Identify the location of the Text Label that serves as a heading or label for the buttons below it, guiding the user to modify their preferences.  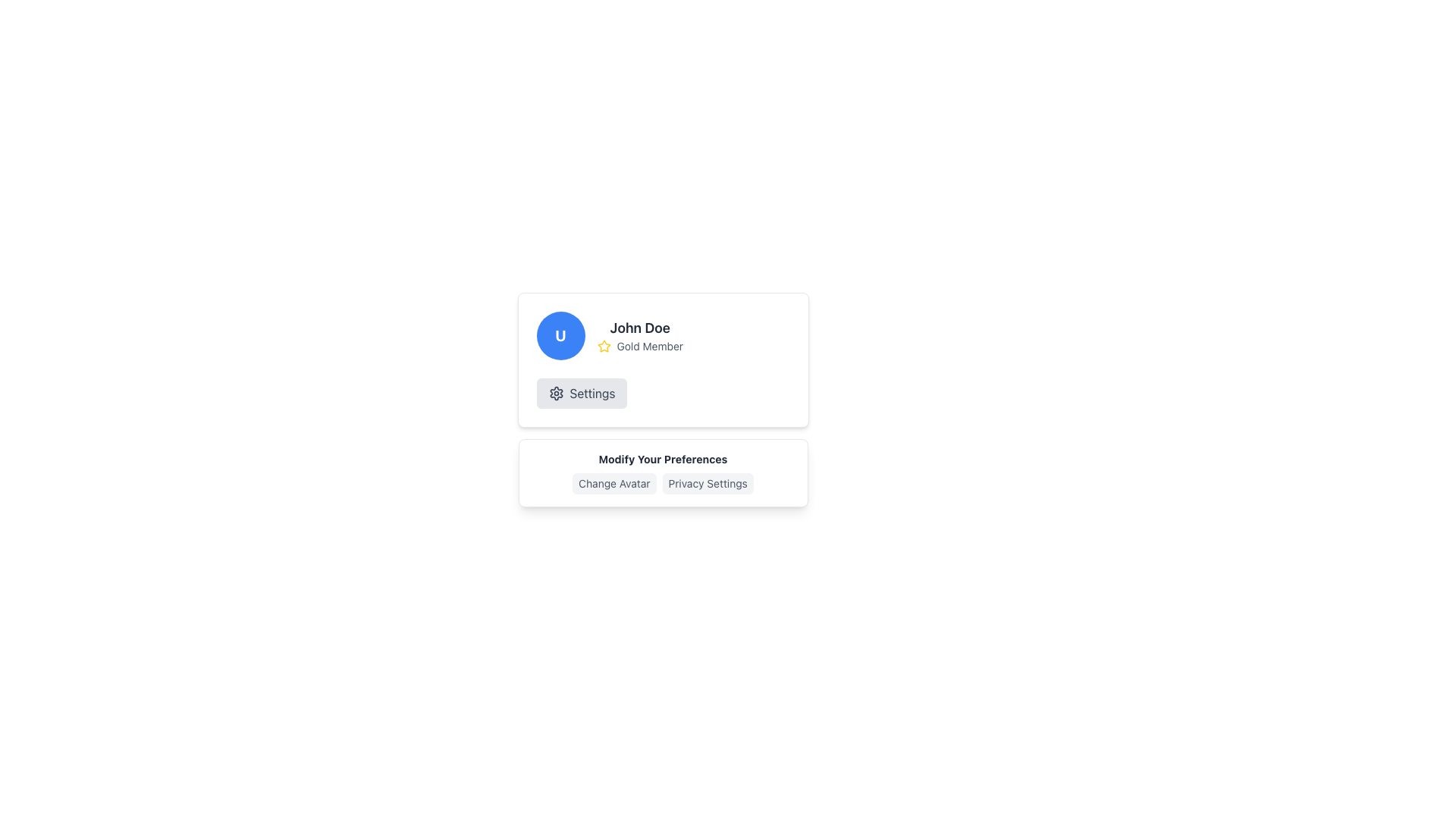
(663, 458).